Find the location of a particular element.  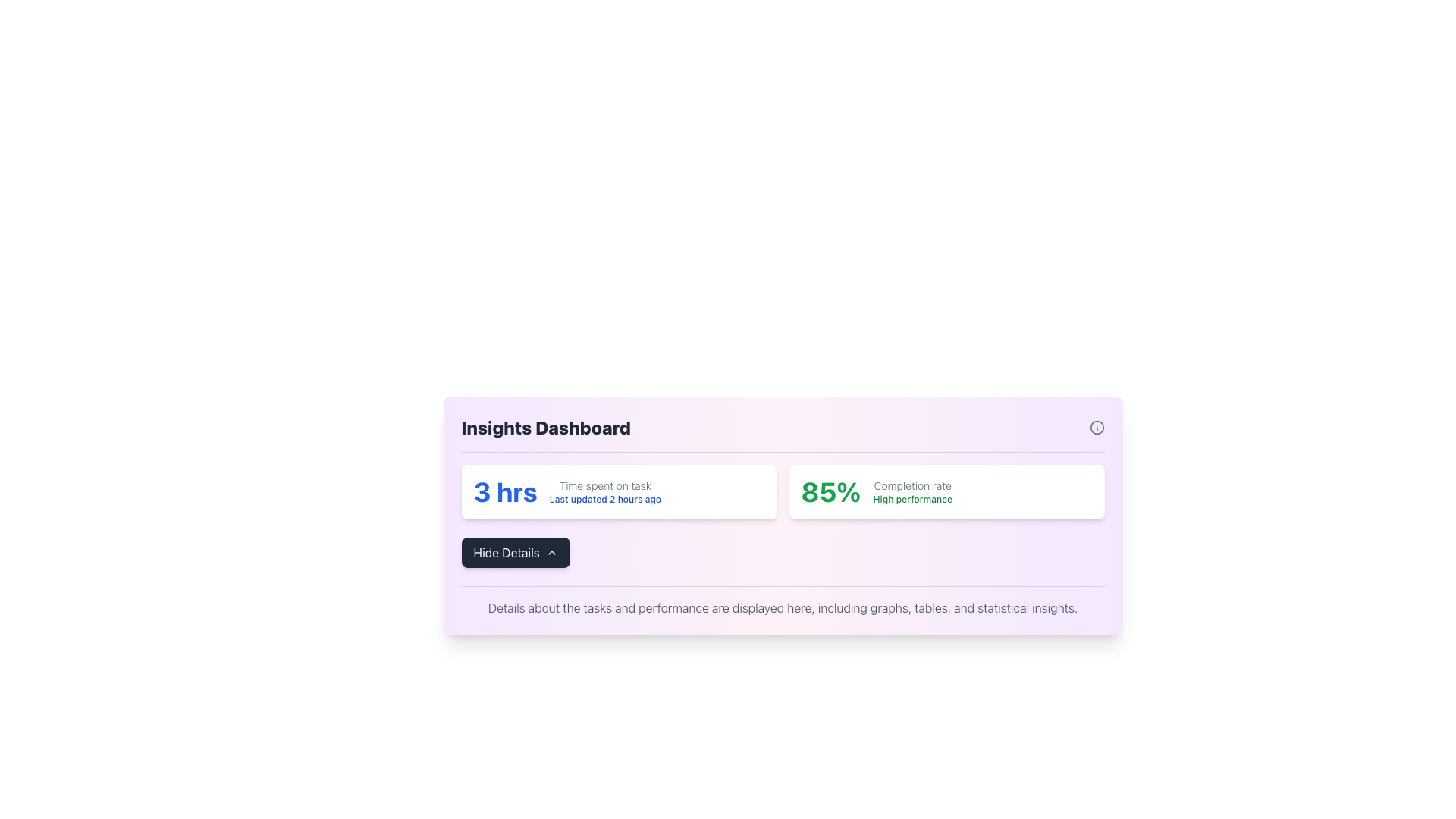

the visual state of the collapse/hide icon located at the far right of the 'Hide Details' button below the main statistical cards is located at coordinates (551, 553).